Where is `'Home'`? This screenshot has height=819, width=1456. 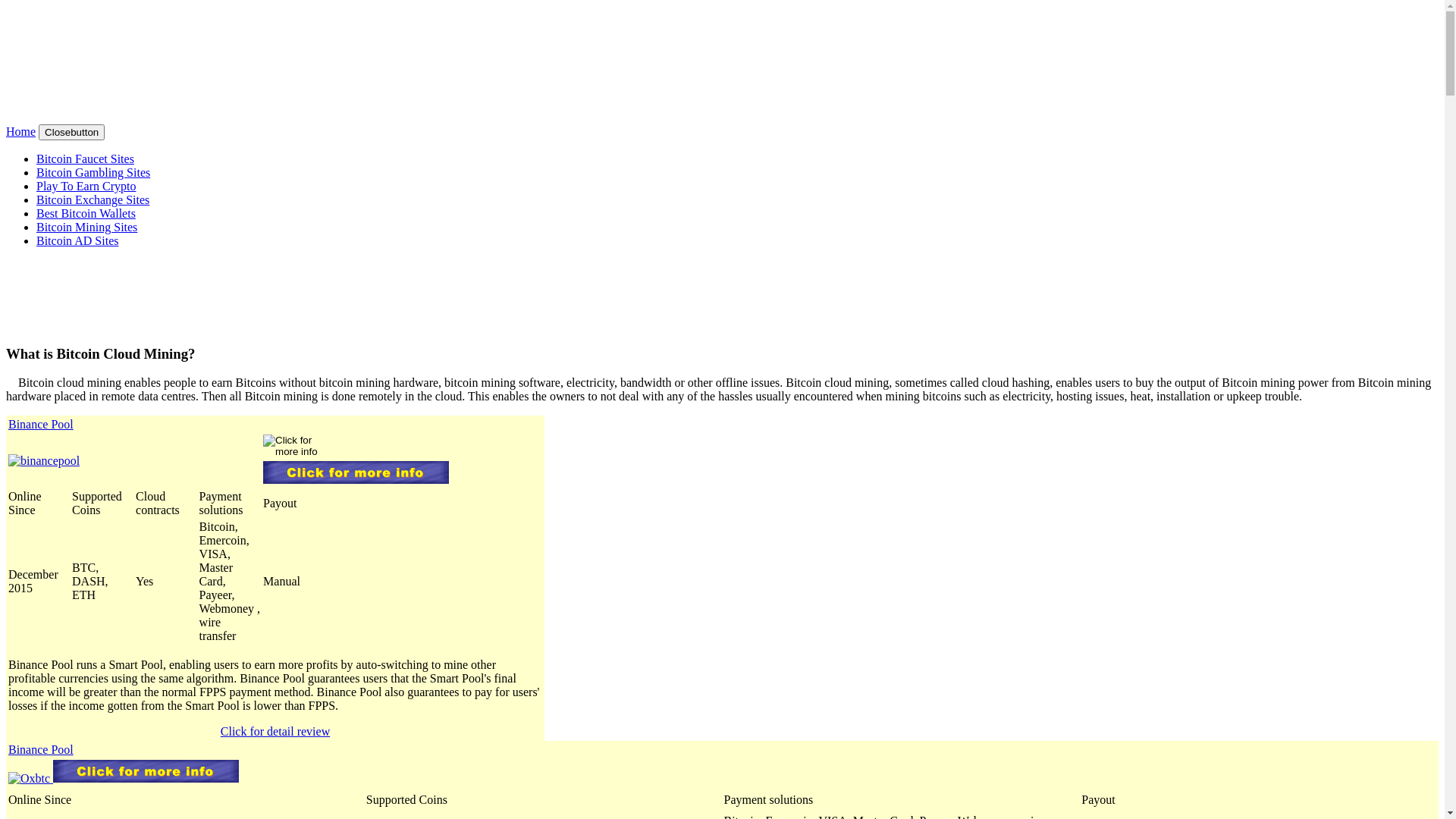 'Home' is located at coordinates (20, 130).